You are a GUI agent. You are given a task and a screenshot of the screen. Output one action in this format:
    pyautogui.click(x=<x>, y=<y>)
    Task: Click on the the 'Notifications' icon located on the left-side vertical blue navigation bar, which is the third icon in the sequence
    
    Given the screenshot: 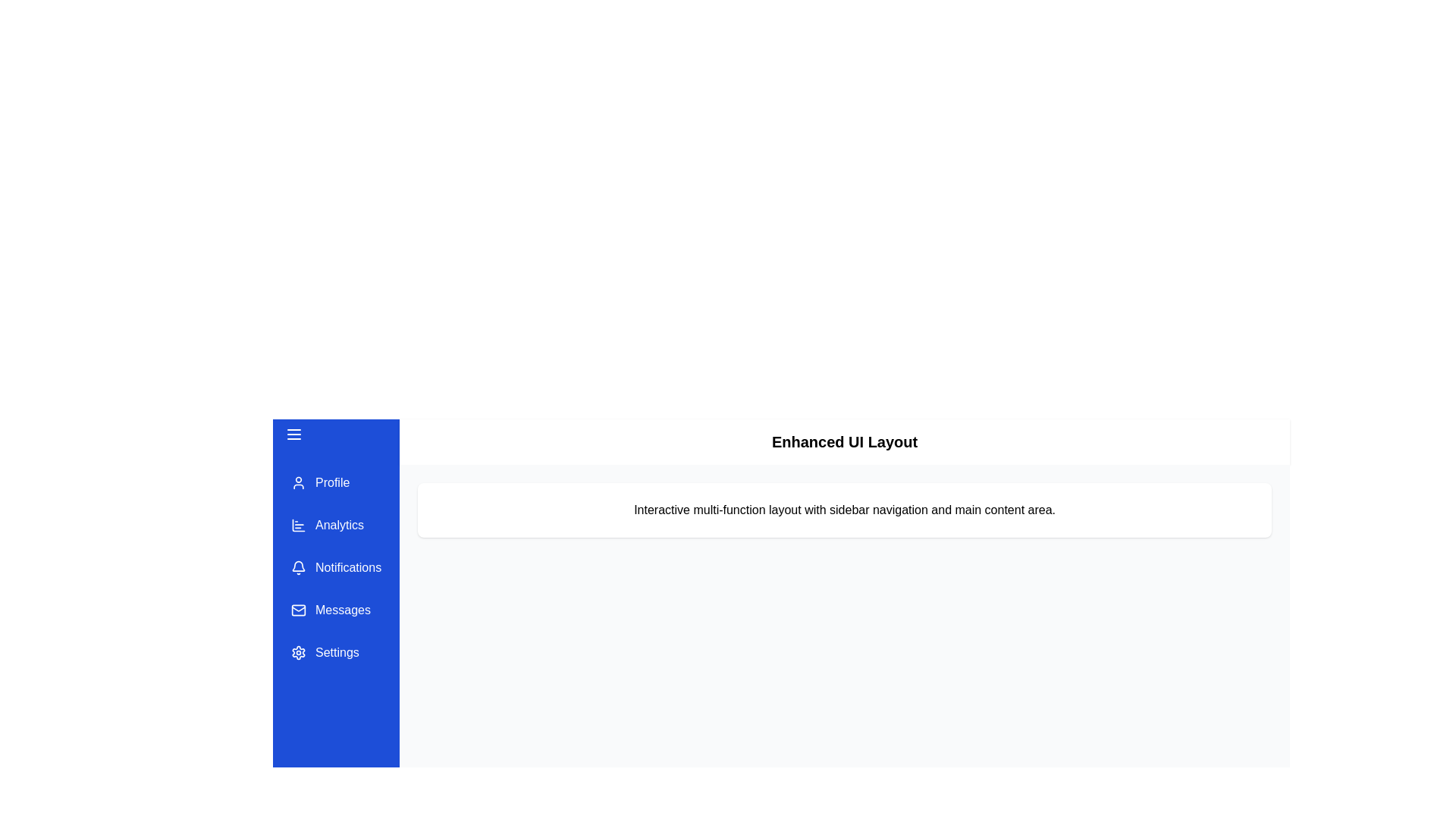 What is the action you would take?
    pyautogui.click(x=298, y=567)
    